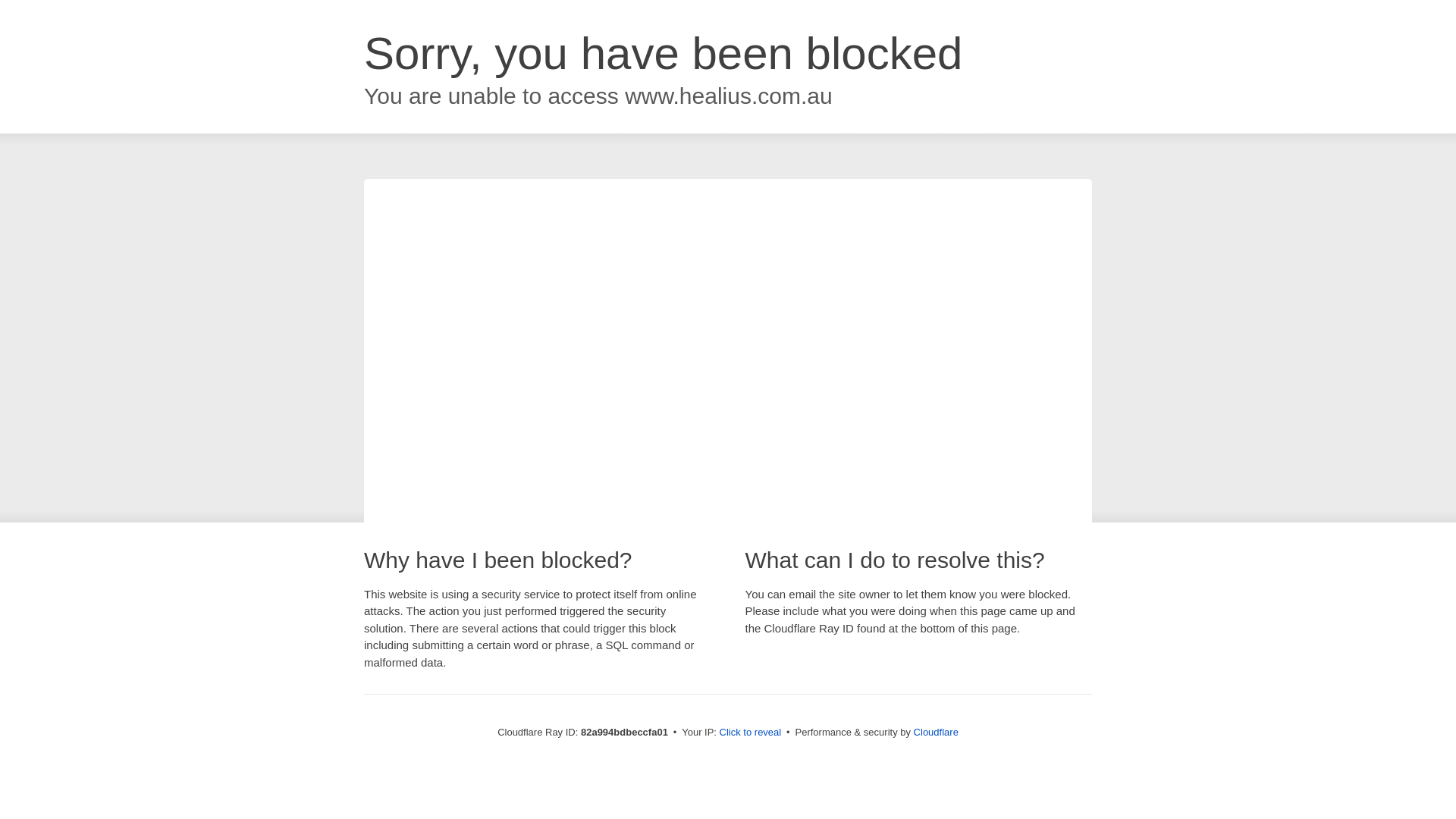 Image resolution: width=1456 pixels, height=819 pixels. What do you see at coordinates (750, 731) in the screenshot?
I see `'Click to reveal'` at bounding box center [750, 731].